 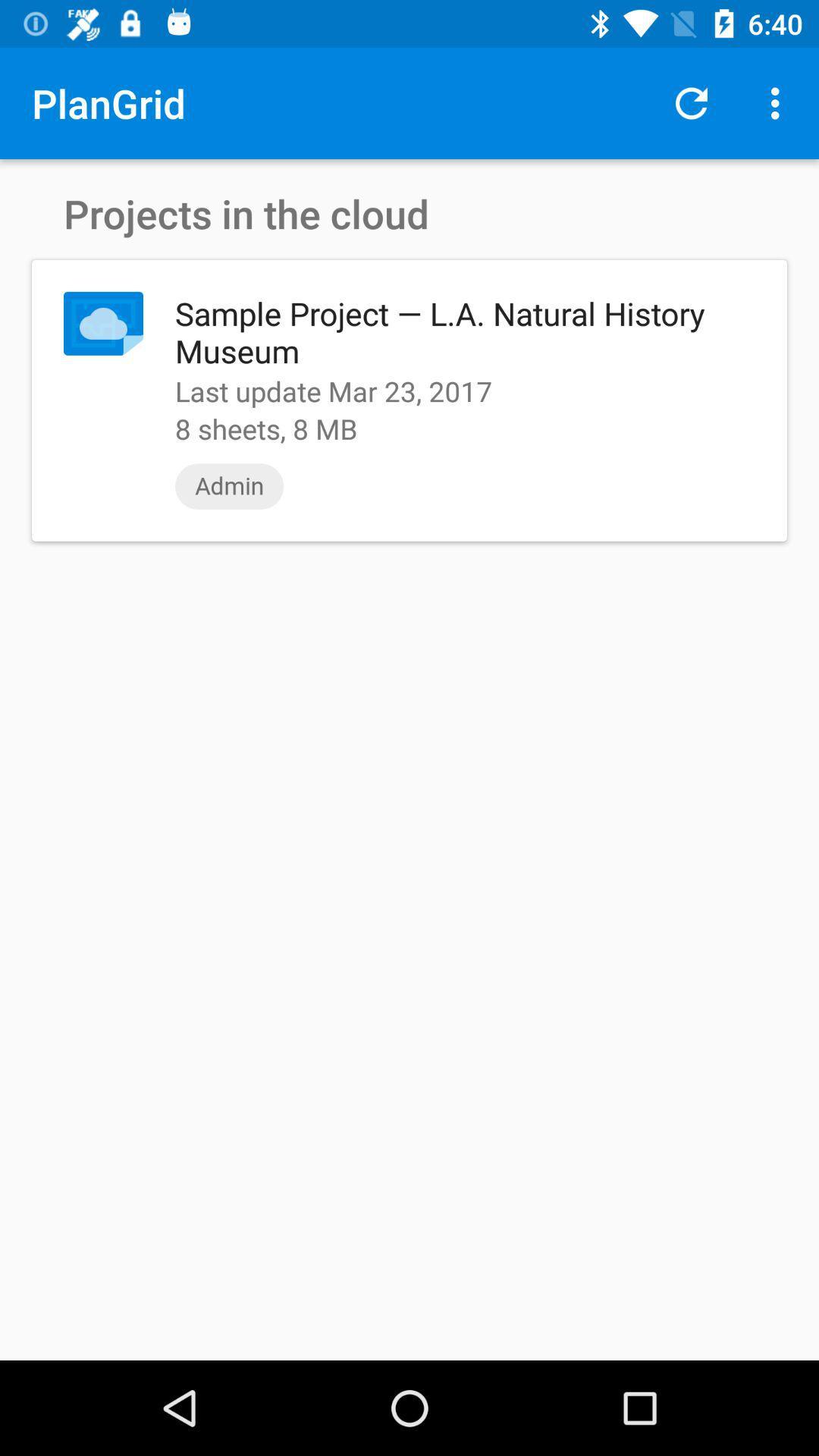 I want to click on the icon to the right of the plangrid item, so click(x=691, y=102).